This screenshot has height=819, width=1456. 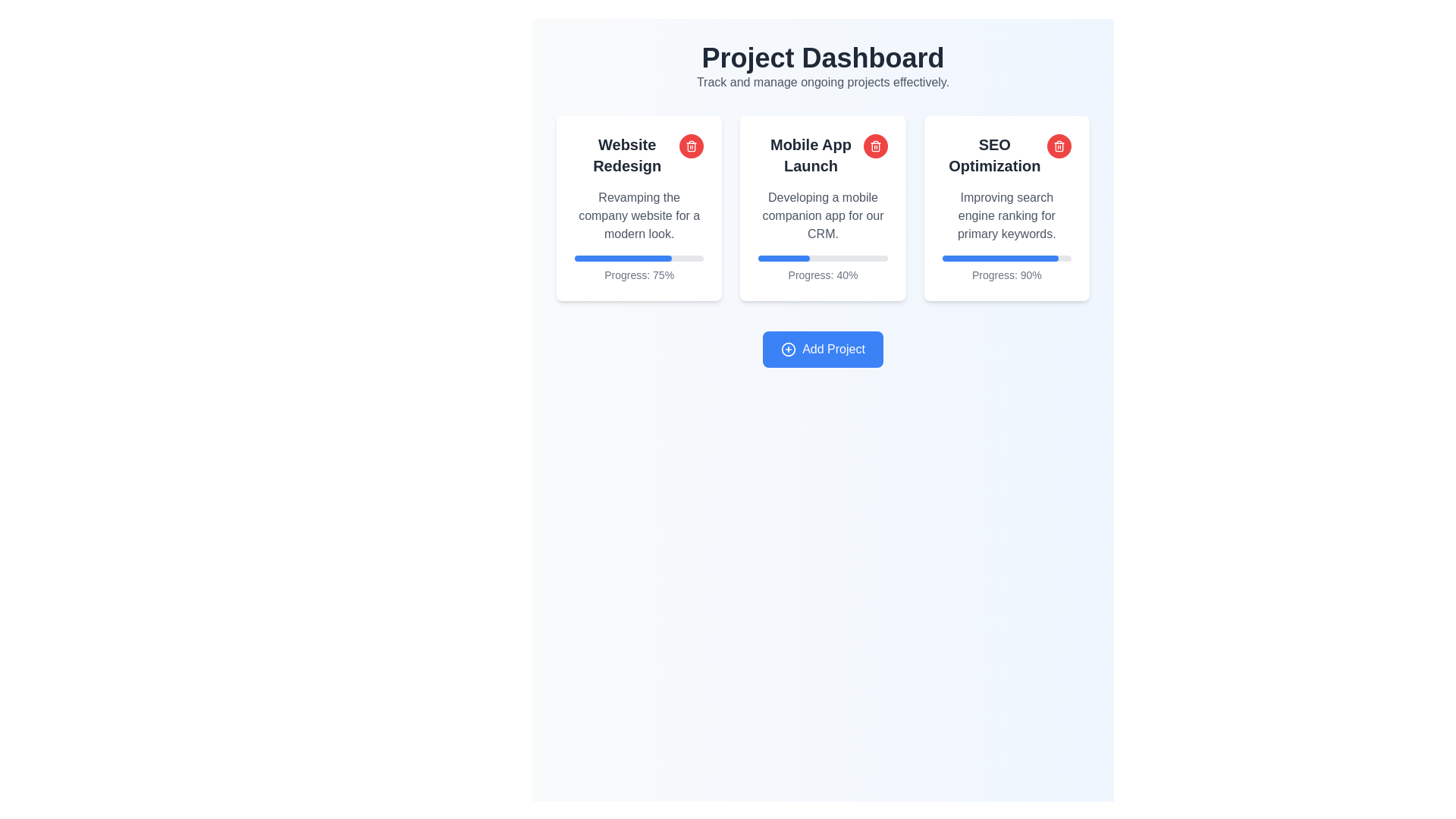 What do you see at coordinates (1006, 275) in the screenshot?
I see `the progress percentage text label located at the bottom of the 'SEO Optimization' project card, directly under the progress bar` at bounding box center [1006, 275].